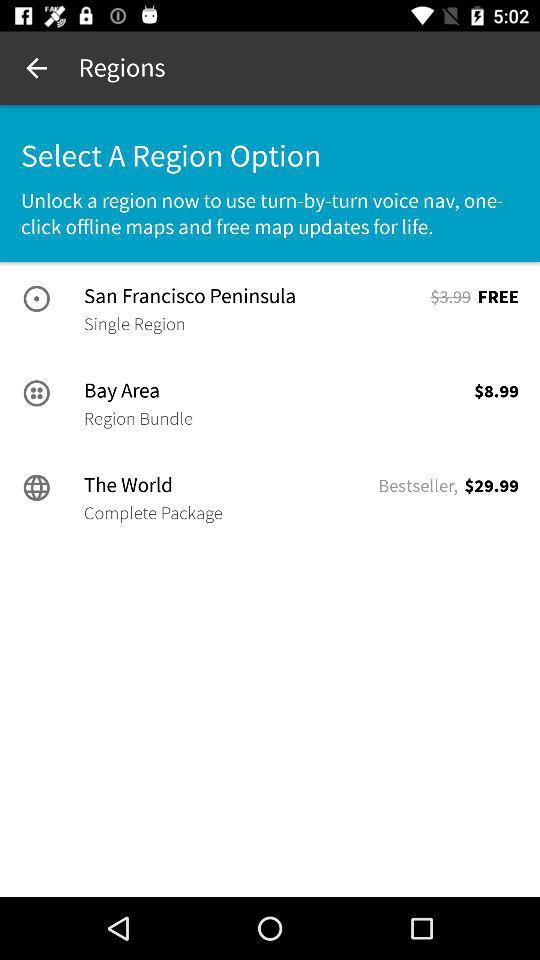 The width and height of the screenshot is (540, 960). Describe the element at coordinates (255, 295) in the screenshot. I see `item to the left of $3.99 icon` at that location.